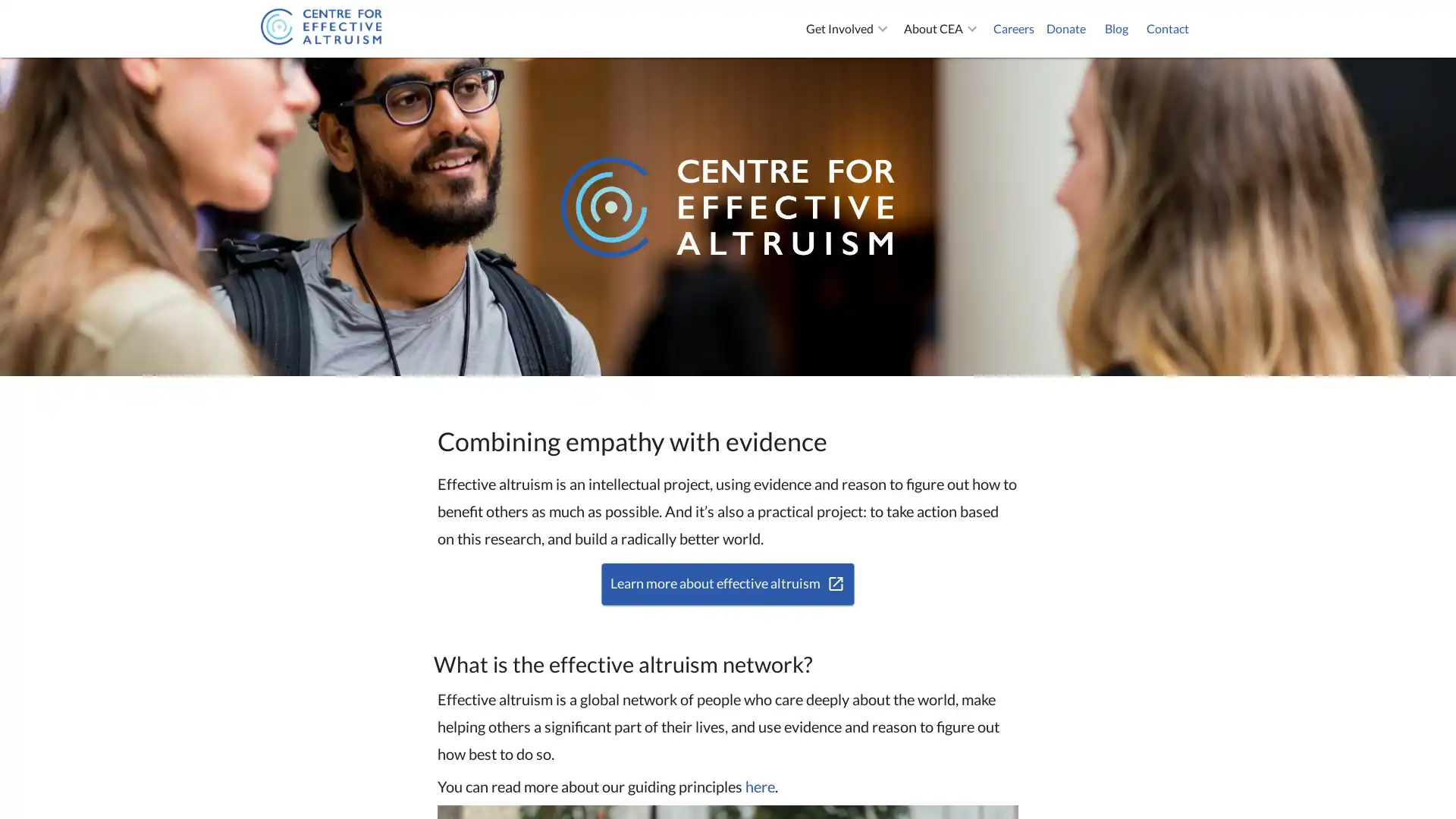 This screenshot has height=819, width=1456. What do you see at coordinates (848, 29) in the screenshot?
I see `Get Involved` at bounding box center [848, 29].